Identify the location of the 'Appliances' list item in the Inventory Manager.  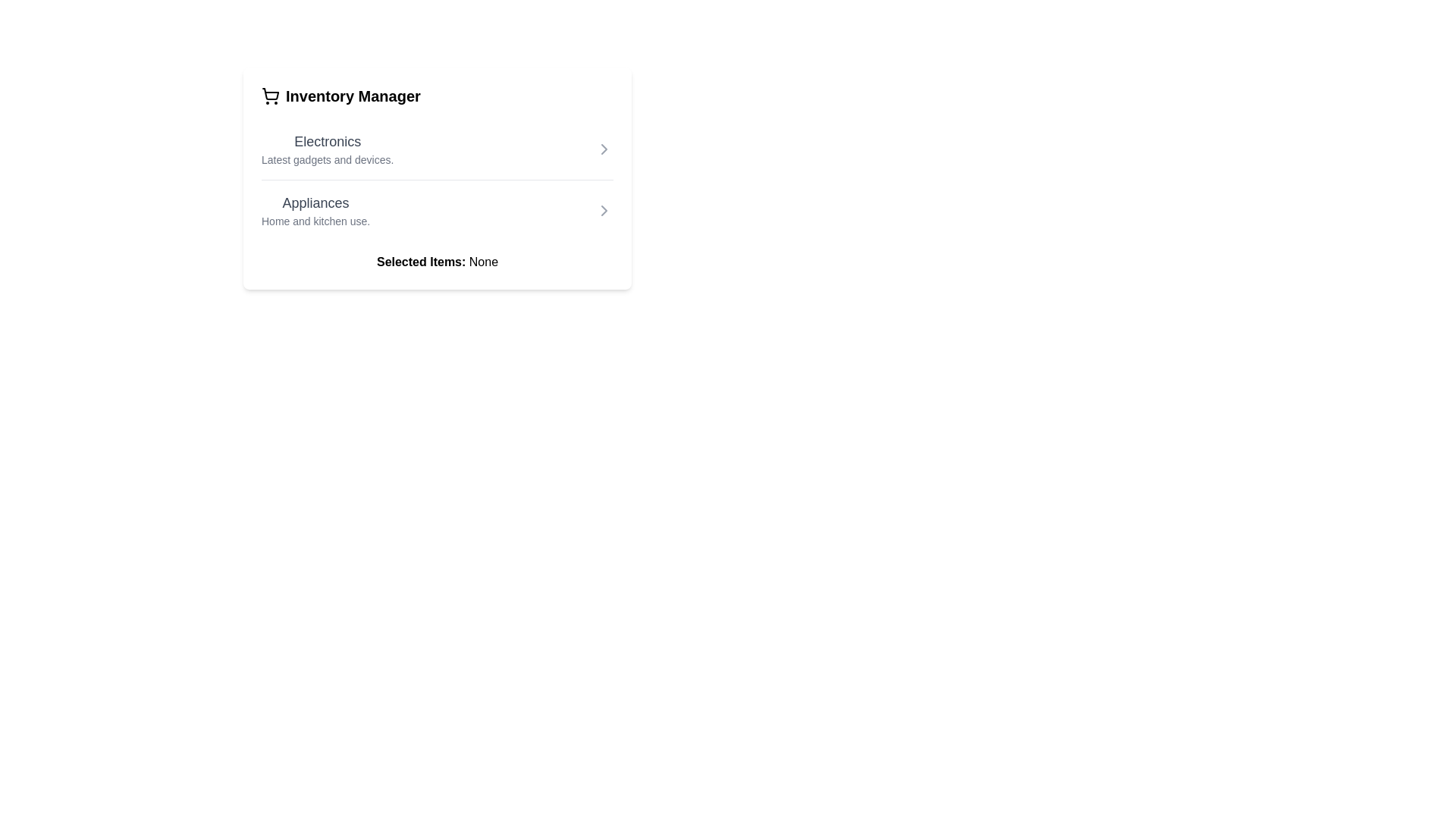
(436, 210).